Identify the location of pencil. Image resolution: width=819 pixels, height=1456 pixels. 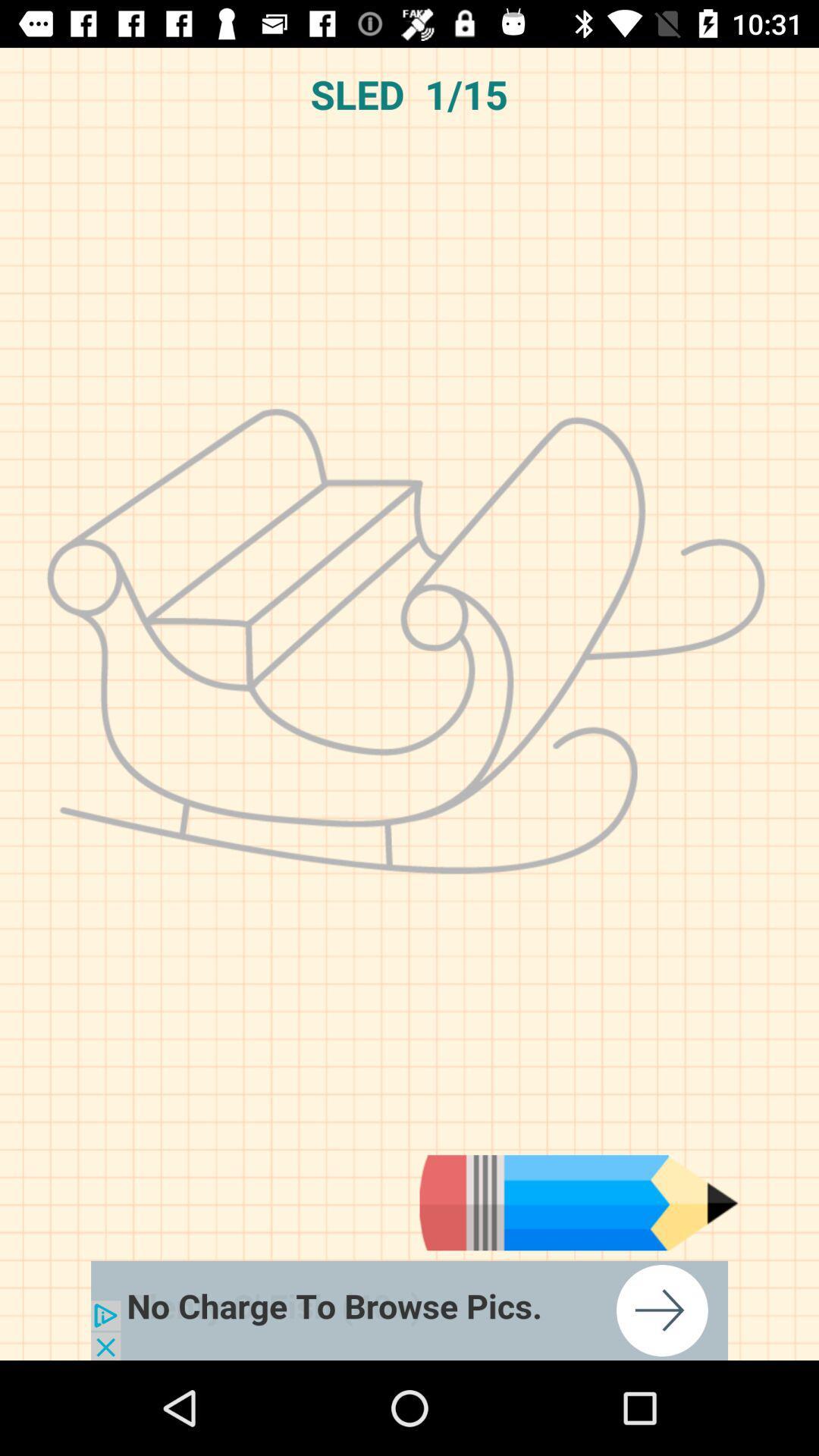
(579, 1202).